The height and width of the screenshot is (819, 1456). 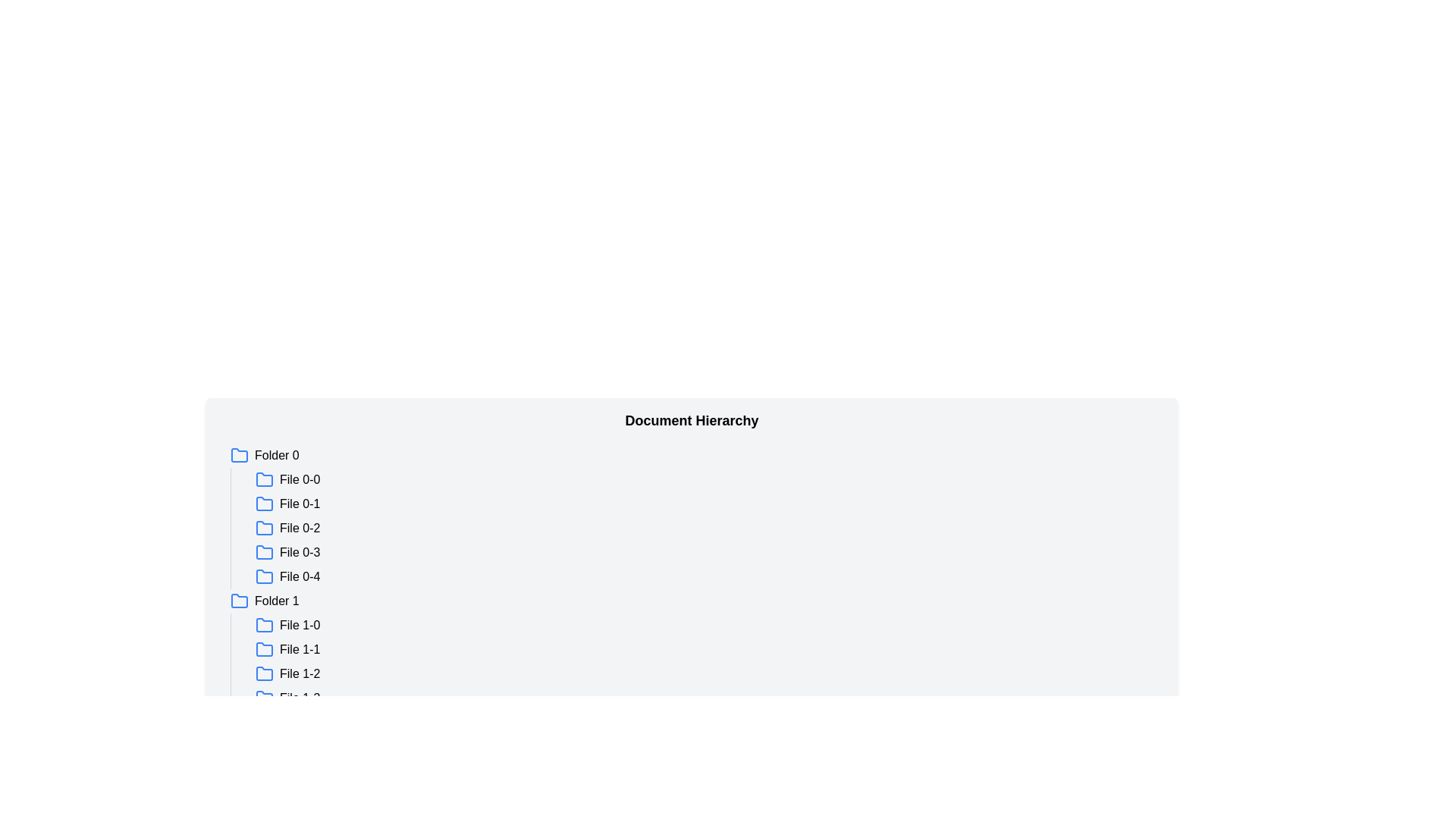 What do you see at coordinates (239, 454) in the screenshot?
I see `the folder icon representing 'Folder 0' in the Document Hierarchy section` at bounding box center [239, 454].